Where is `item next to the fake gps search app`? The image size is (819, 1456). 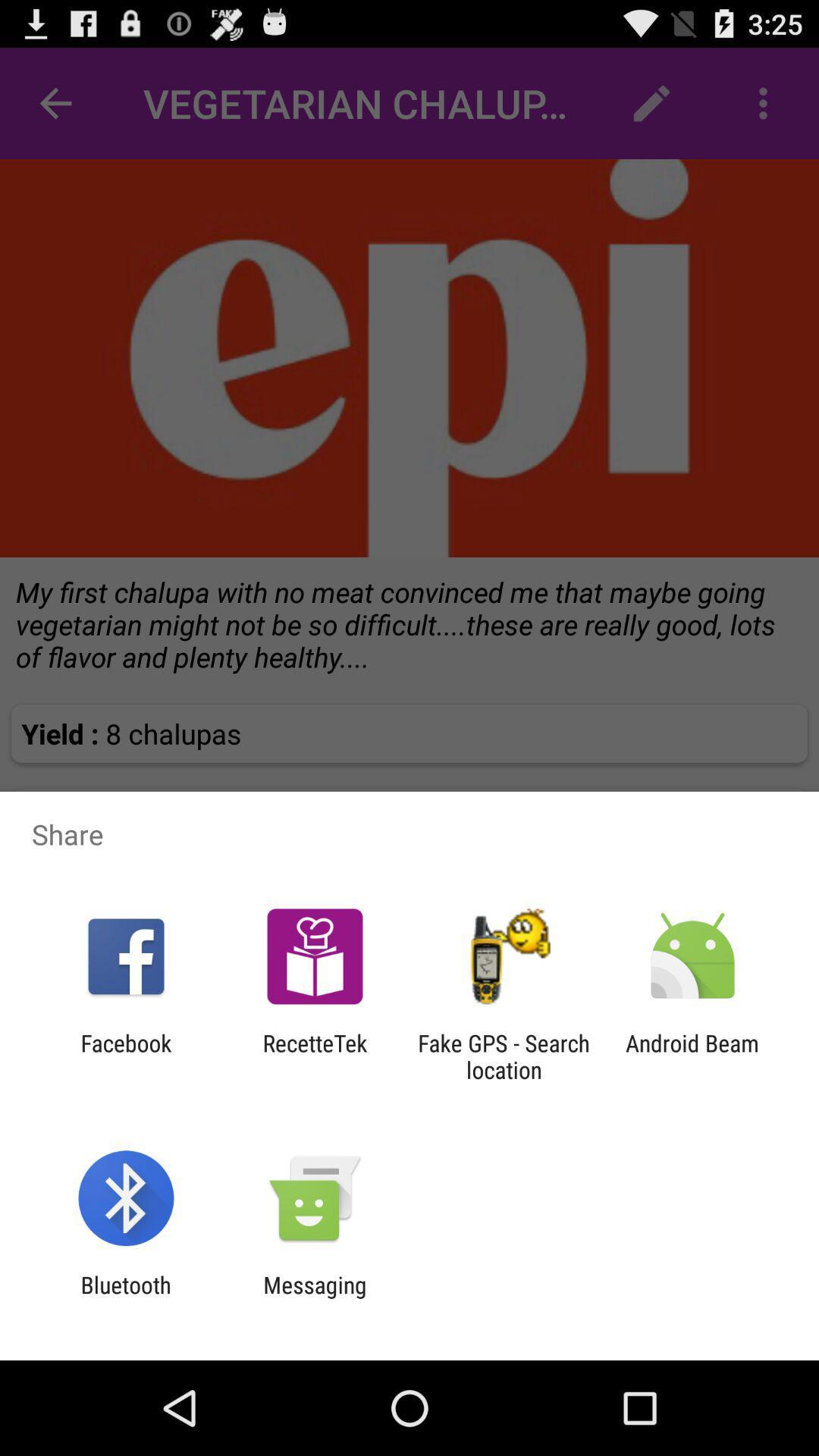
item next to the fake gps search app is located at coordinates (314, 1056).